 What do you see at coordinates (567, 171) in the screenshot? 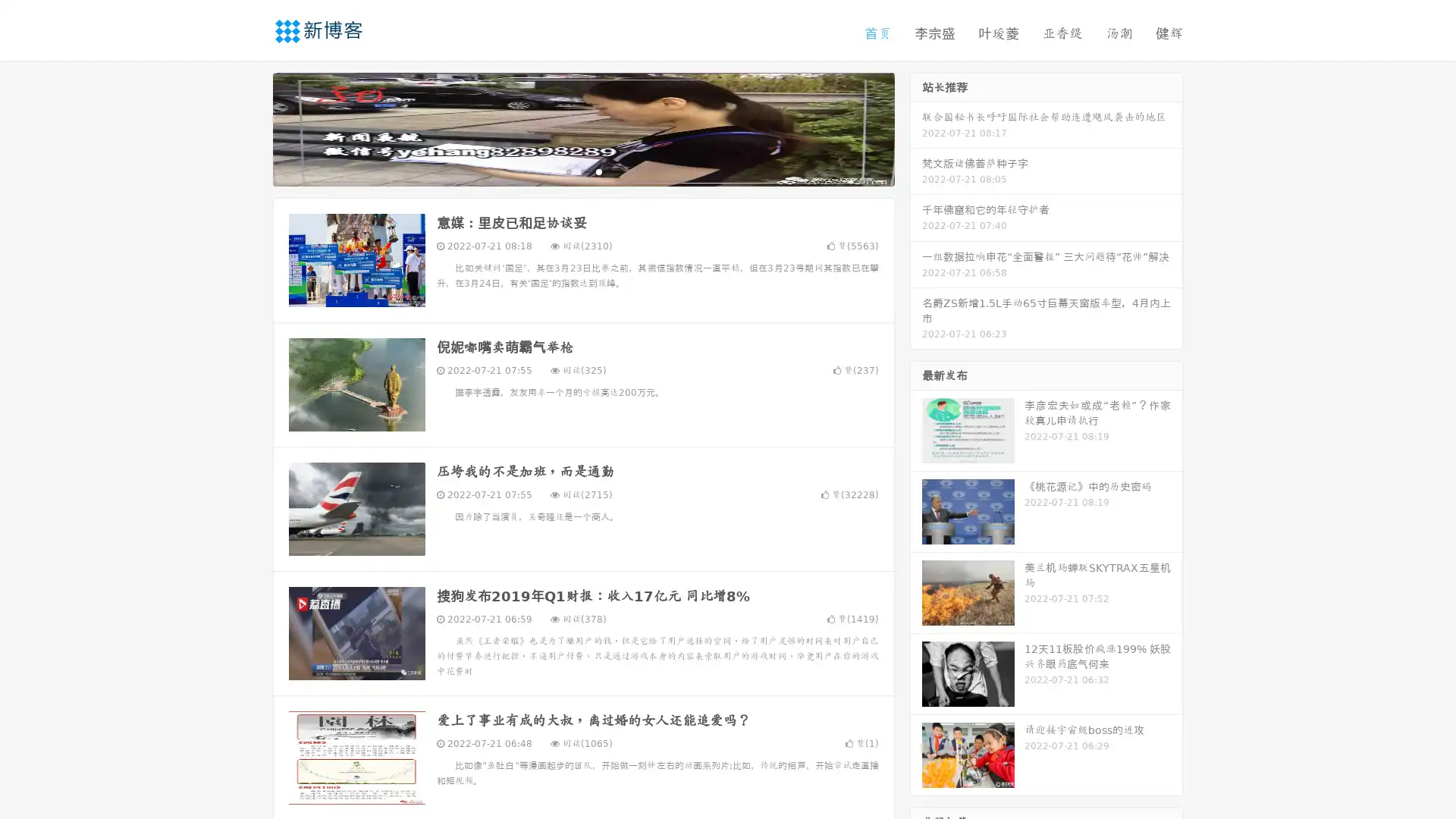
I see `Go to slide 1` at bounding box center [567, 171].